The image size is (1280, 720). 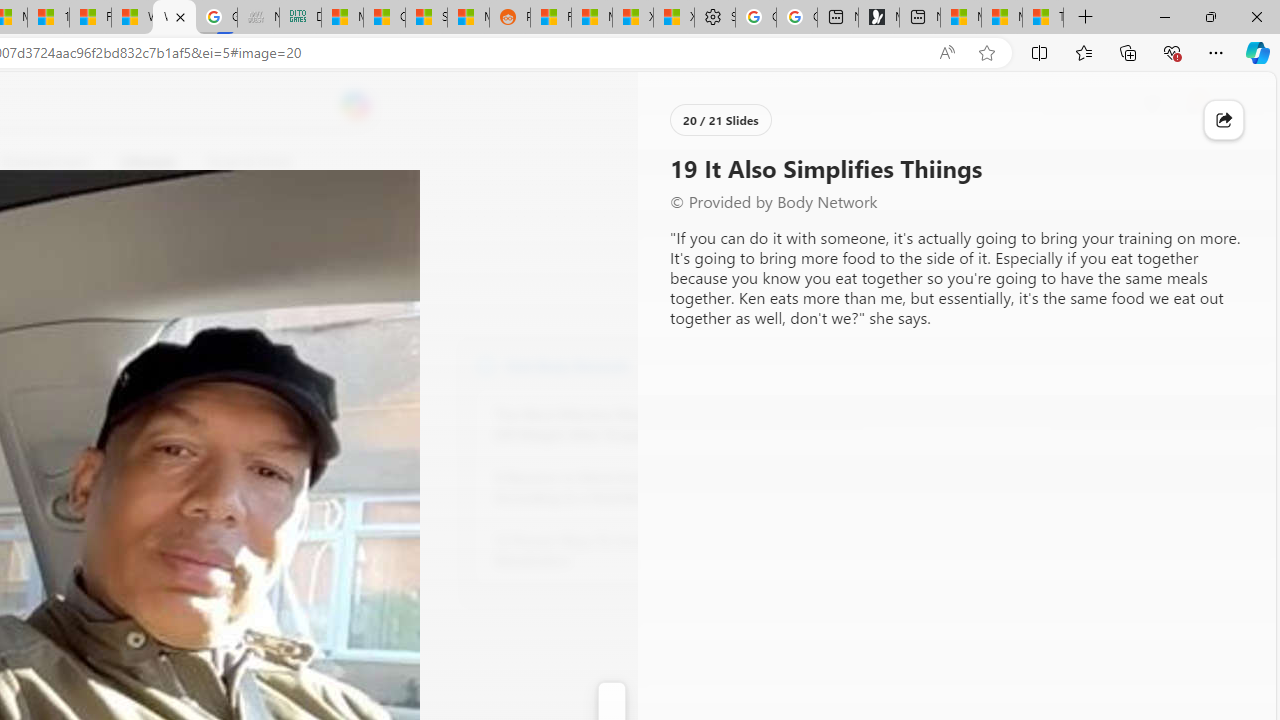 What do you see at coordinates (356, 105) in the screenshot?
I see `'Open Copilot'` at bounding box center [356, 105].